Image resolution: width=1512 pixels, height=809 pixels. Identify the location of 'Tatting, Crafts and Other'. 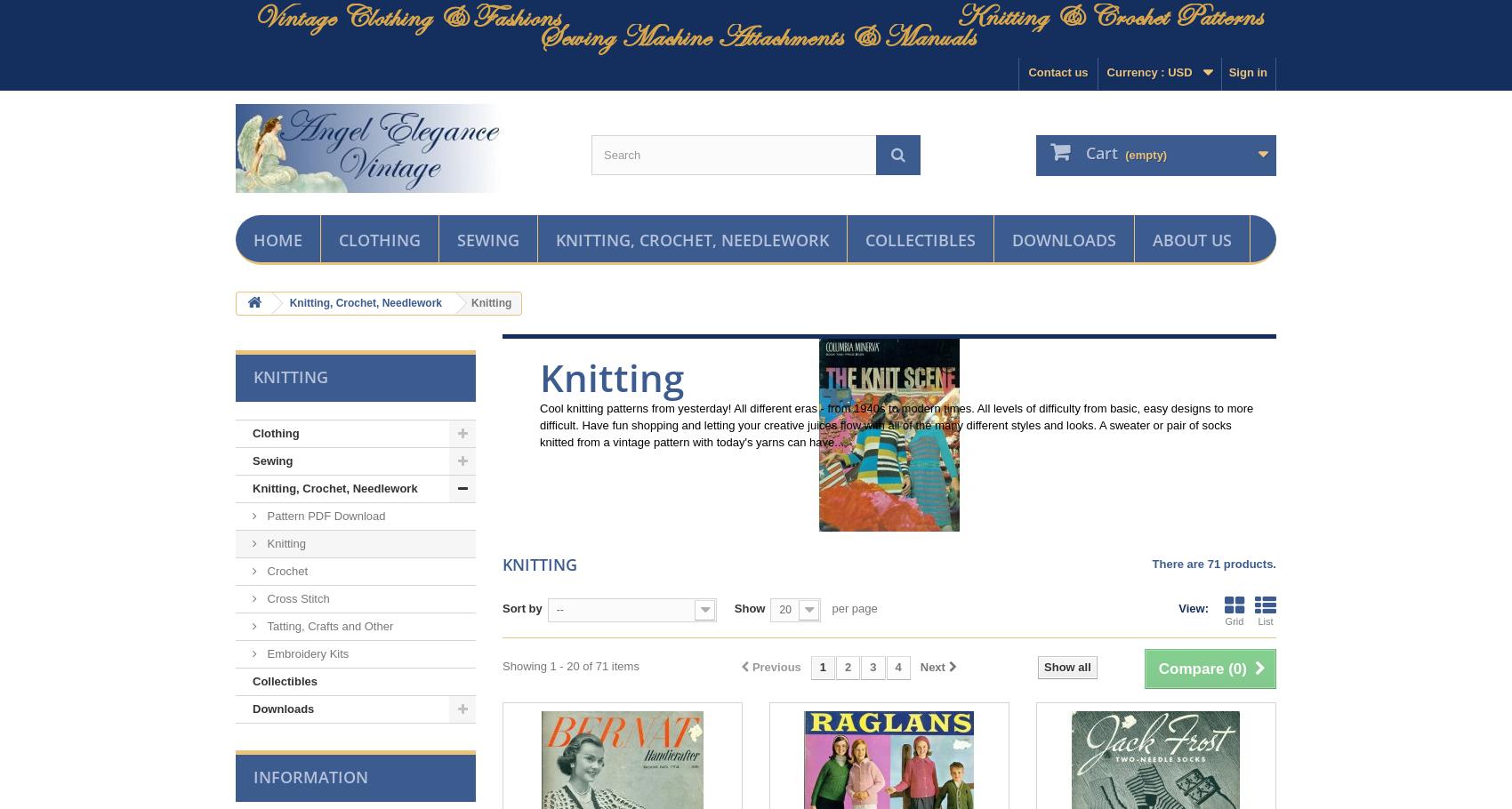
(327, 626).